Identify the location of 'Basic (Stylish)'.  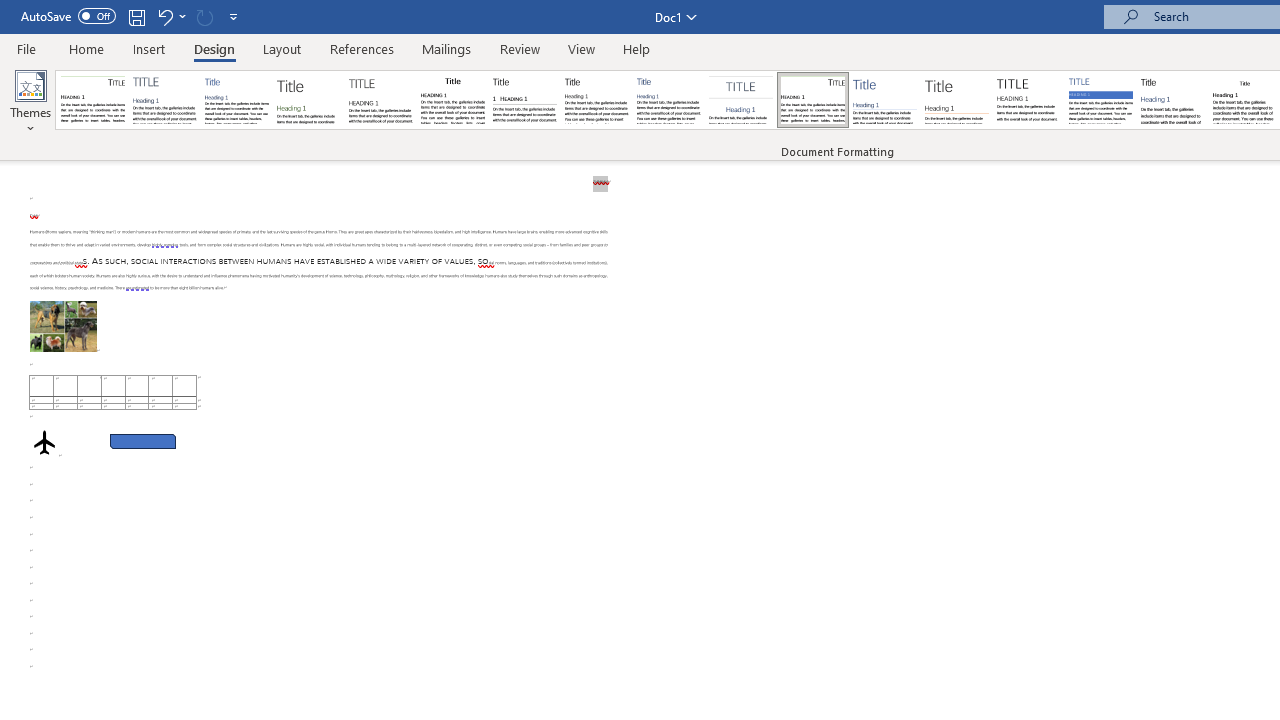
(308, 100).